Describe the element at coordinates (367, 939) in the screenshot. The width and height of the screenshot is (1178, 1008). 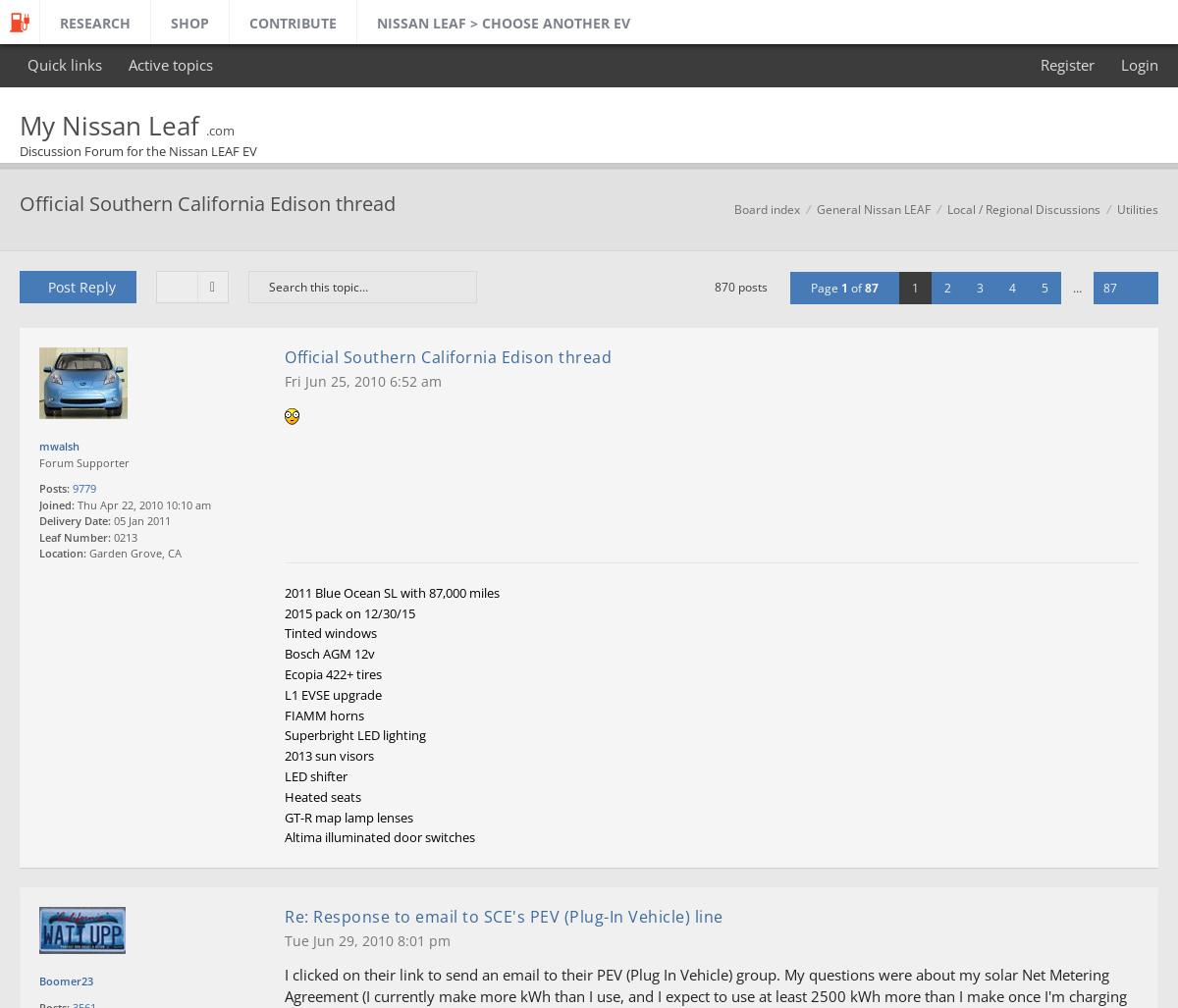
I see `'Tue Jun 29, 2010 8:01 pm'` at that location.